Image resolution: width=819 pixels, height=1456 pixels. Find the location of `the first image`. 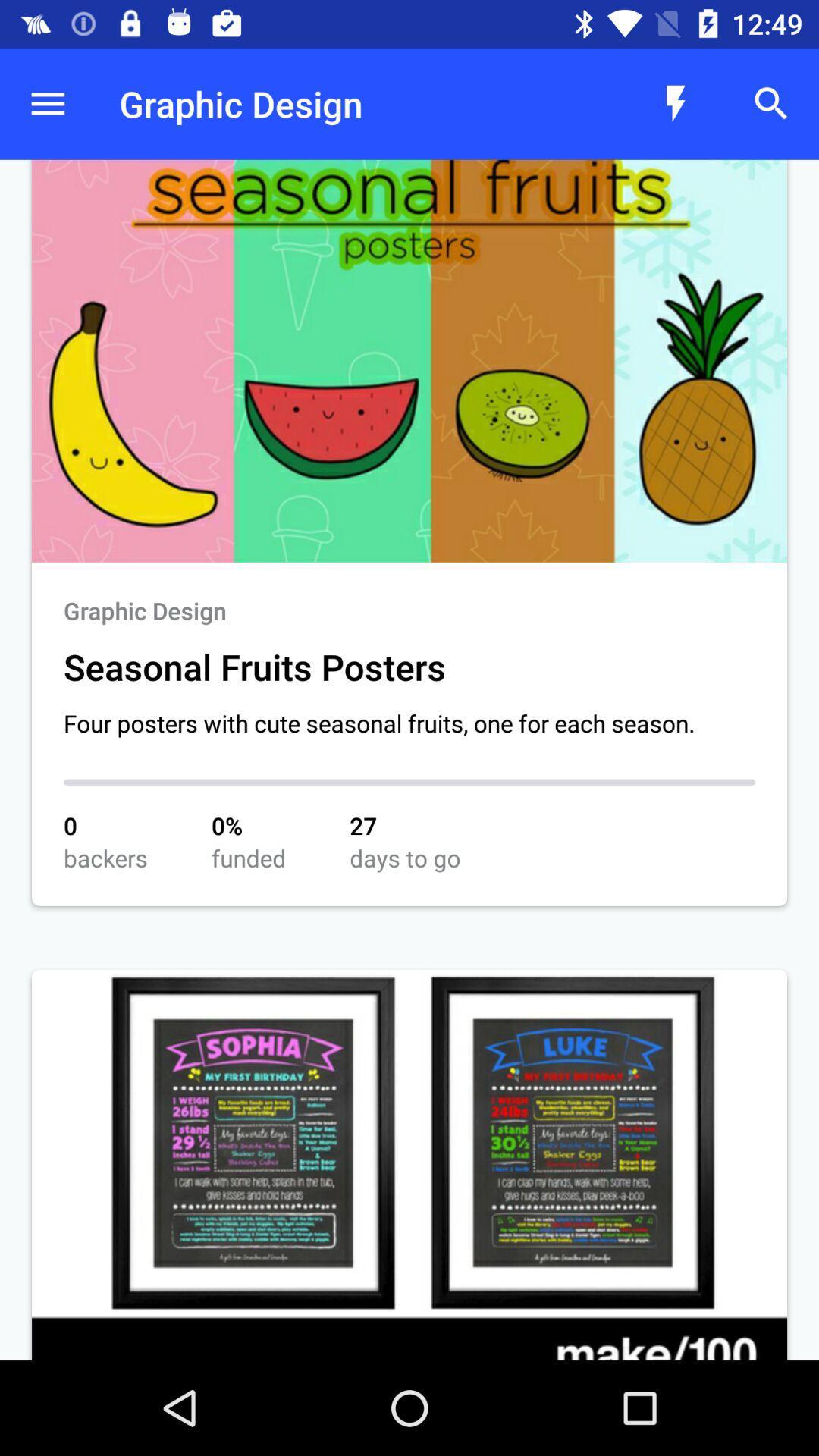

the first image is located at coordinates (409, 360).